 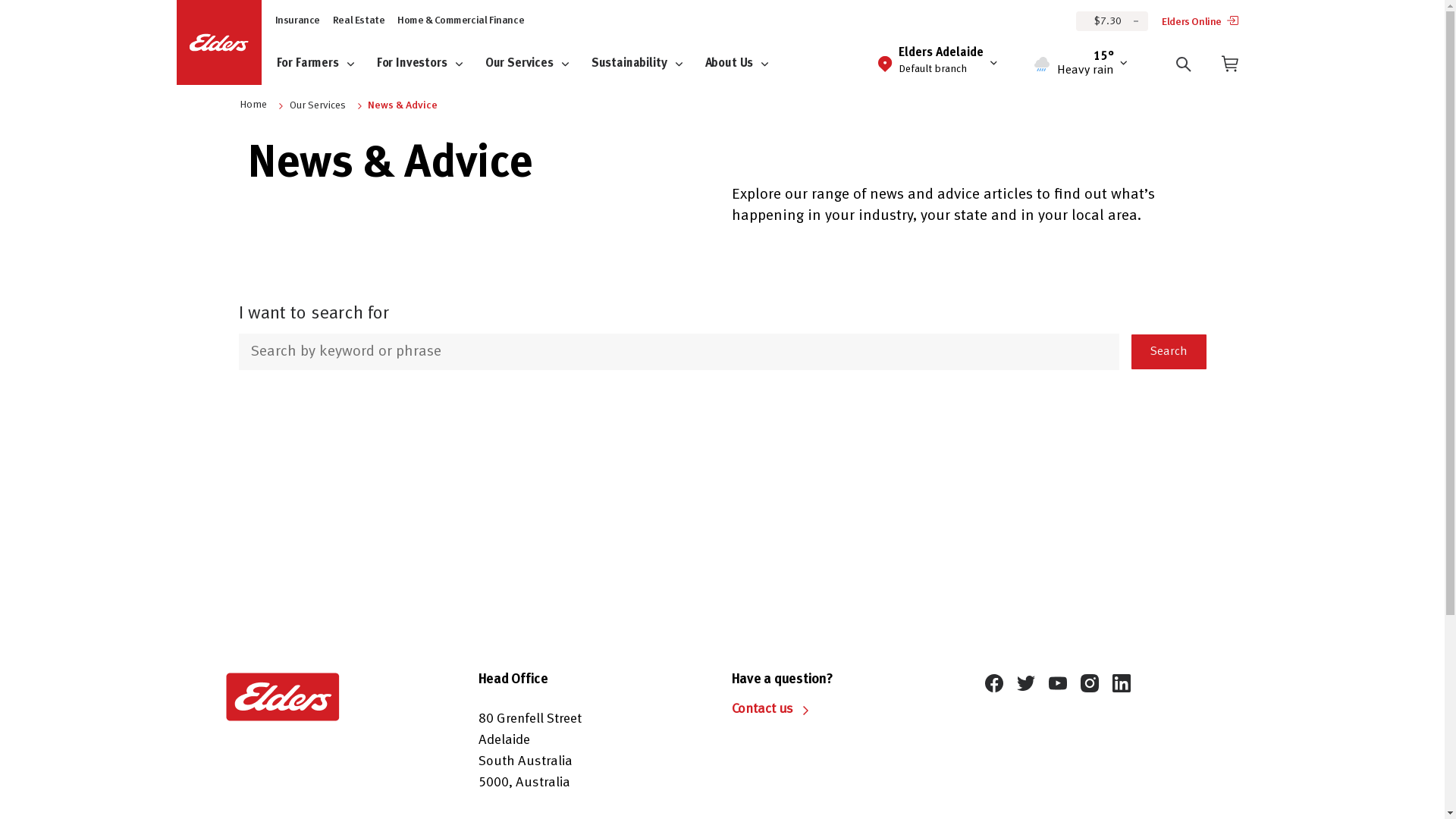 I want to click on 'Insurance', so click(x=273, y=20).